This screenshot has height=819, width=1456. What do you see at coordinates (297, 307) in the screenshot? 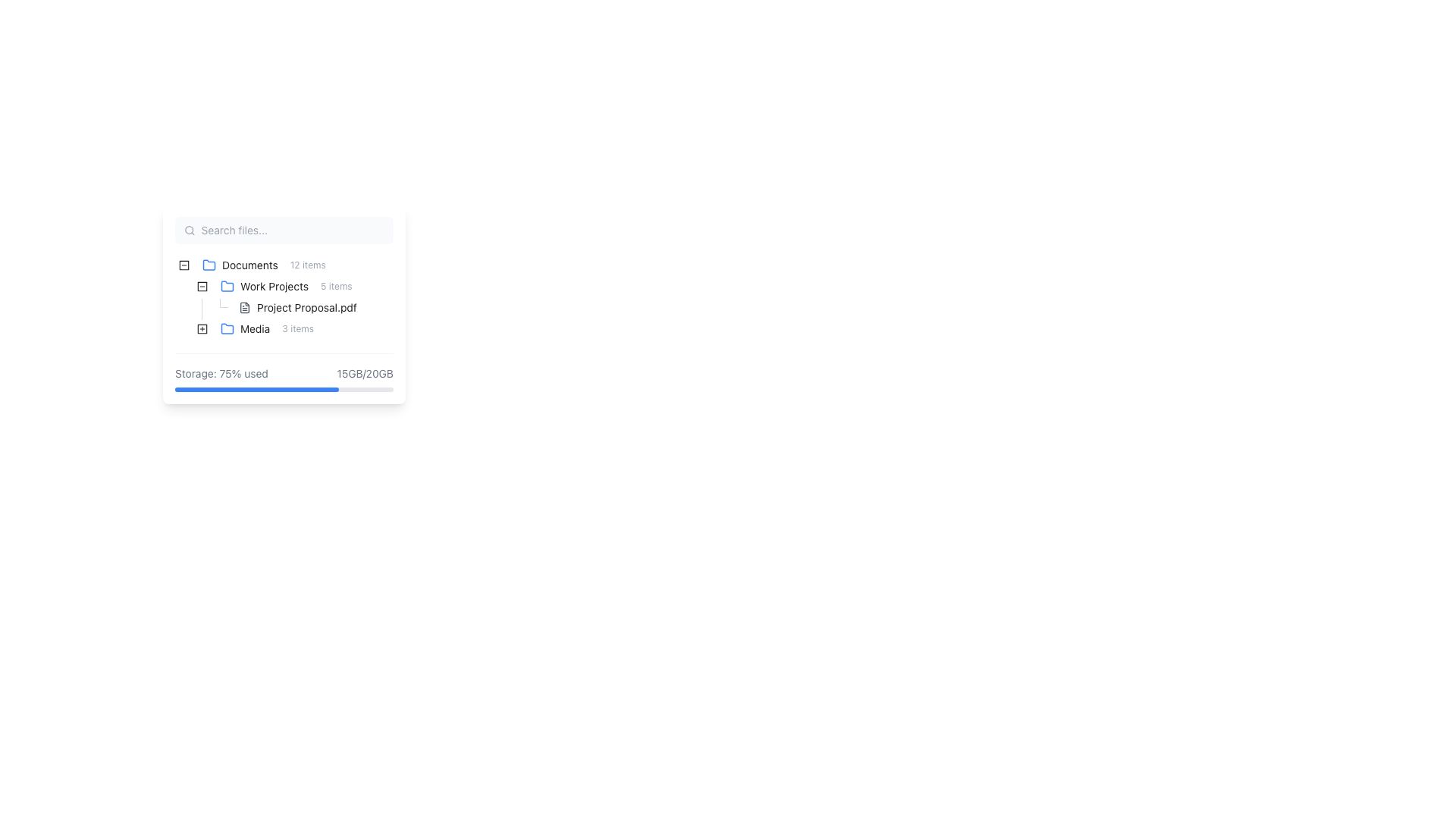
I see `the 'Project Proposal.pdf' file representation label with icon` at bounding box center [297, 307].